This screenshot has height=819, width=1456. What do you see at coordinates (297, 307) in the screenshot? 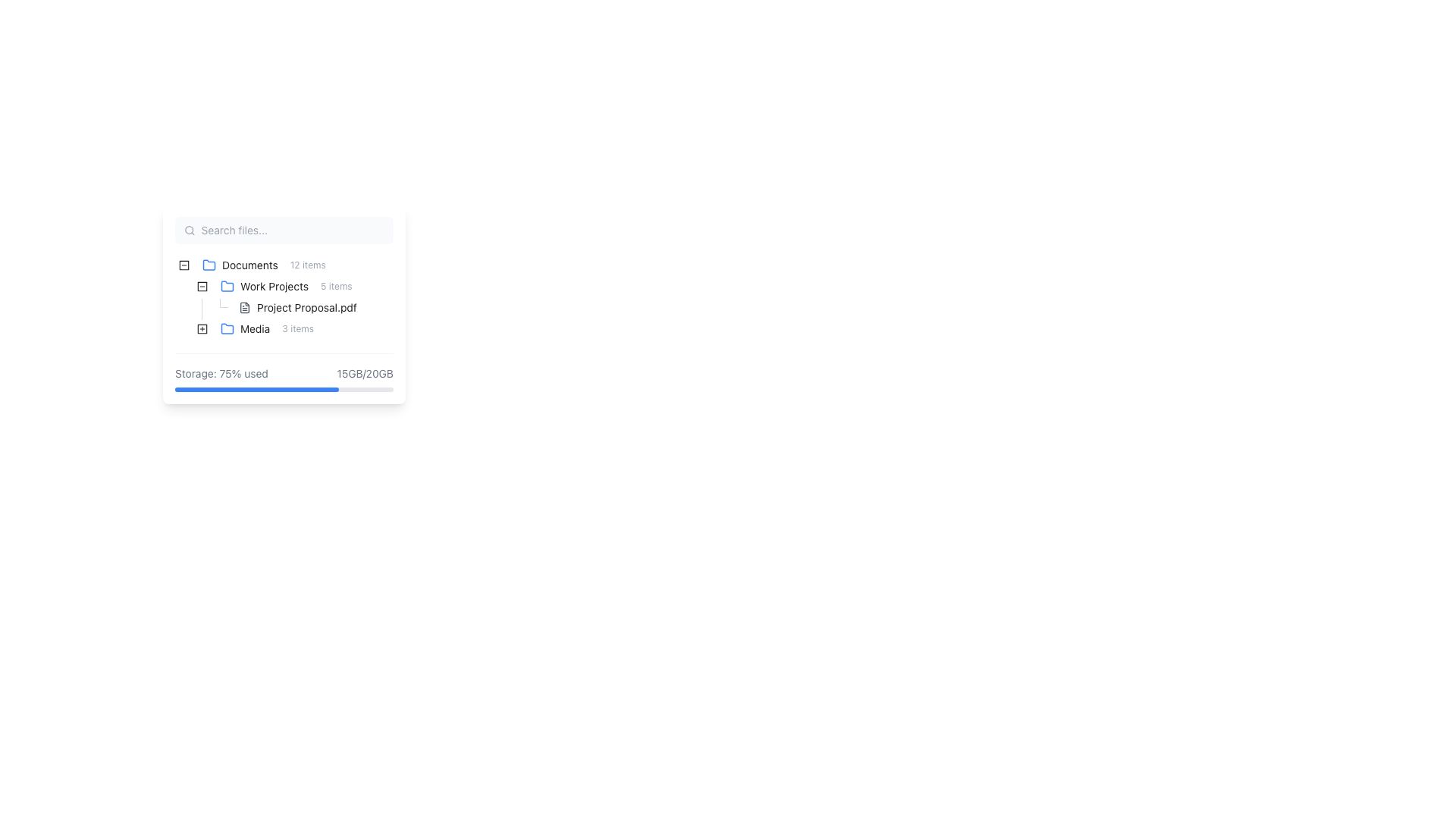
I see `the 'Project Proposal.pdf' file representation label with icon` at bounding box center [297, 307].